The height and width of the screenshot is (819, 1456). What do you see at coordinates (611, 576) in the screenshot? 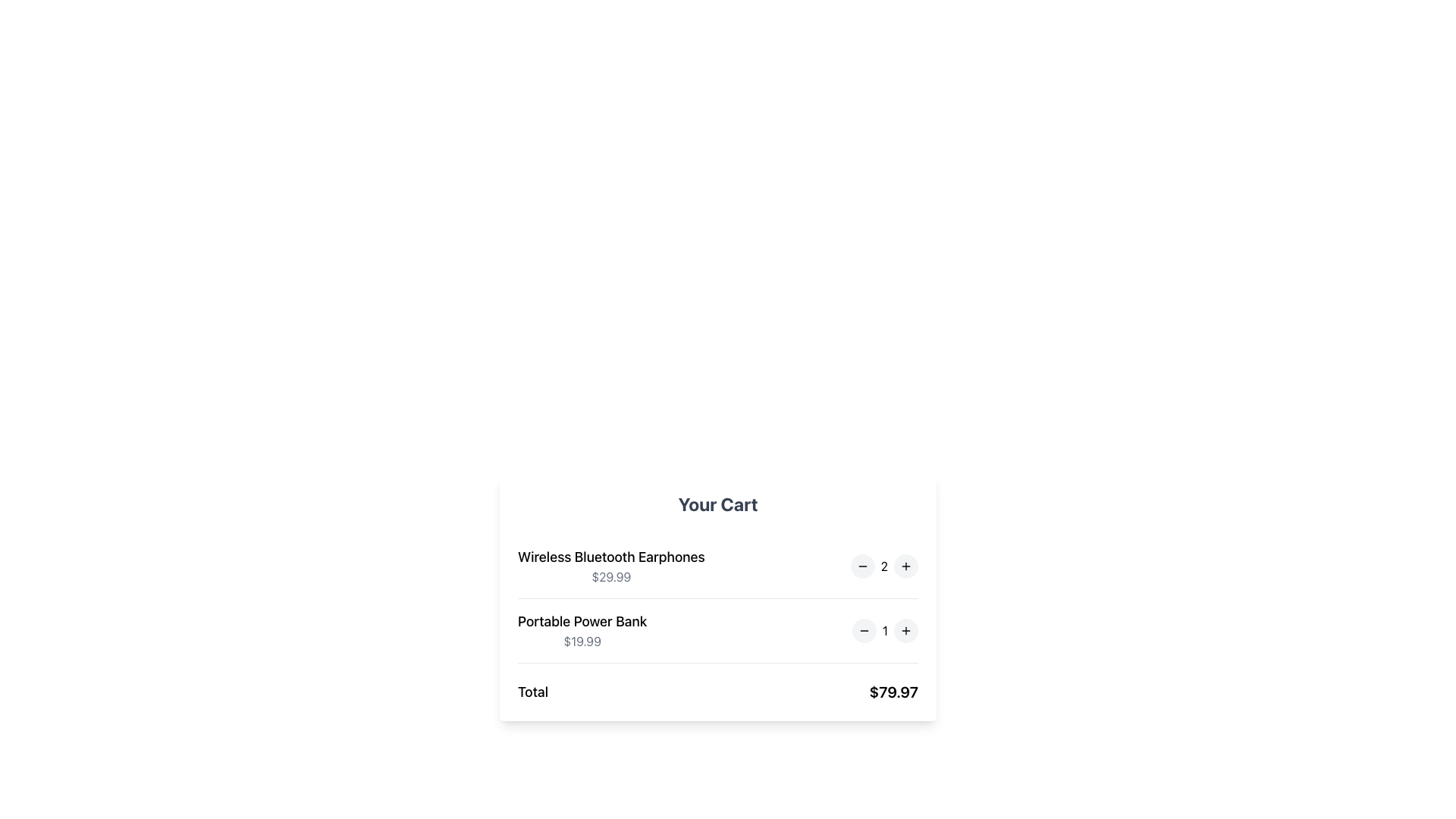
I see `the price text label for 'Wireless Bluetooth Earphones' located in the 'Your Cart' section, which is directly below the product name` at bounding box center [611, 576].